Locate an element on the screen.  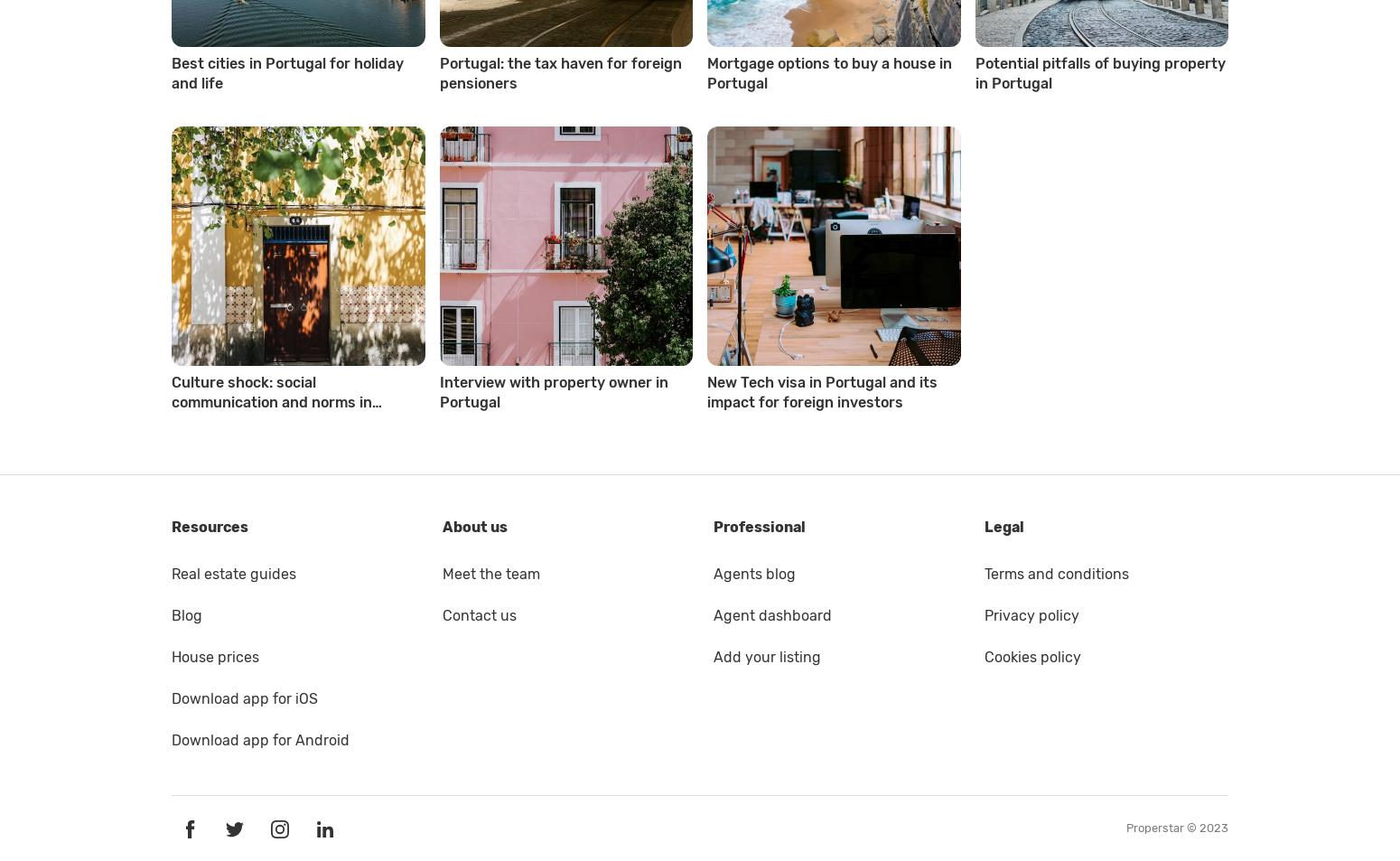
'House prices' is located at coordinates (215, 656).